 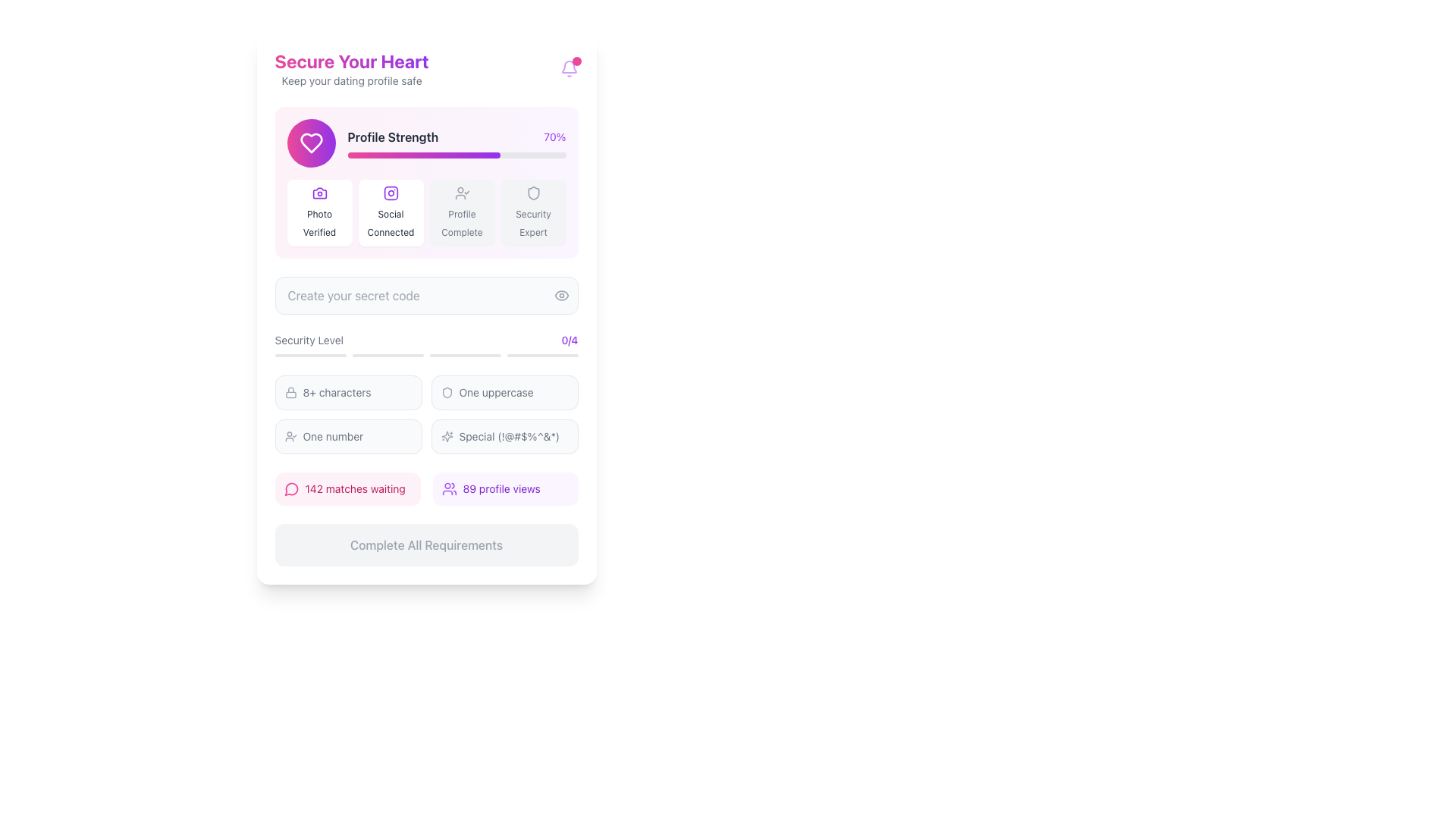 What do you see at coordinates (461, 192) in the screenshot?
I see `the user verification icon with a check mark located in the 'Profile Complete' section of the 'Profile Strength' header, which is the third icon from the left` at bounding box center [461, 192].